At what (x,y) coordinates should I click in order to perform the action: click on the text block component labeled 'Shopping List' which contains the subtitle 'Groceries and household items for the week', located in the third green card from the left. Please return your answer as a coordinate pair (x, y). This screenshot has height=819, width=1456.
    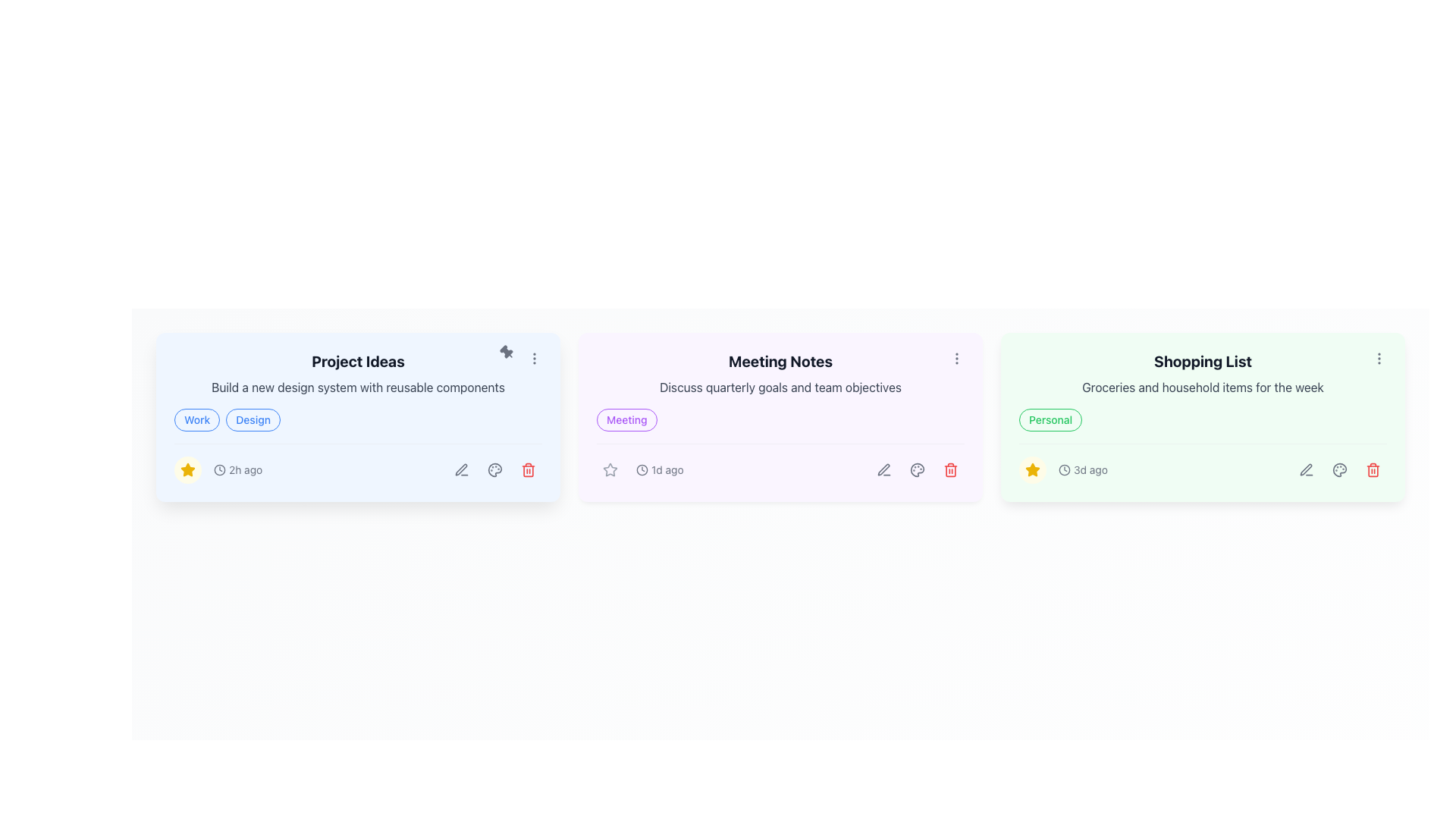
    Looking at the image, I should click on (1202, 374).